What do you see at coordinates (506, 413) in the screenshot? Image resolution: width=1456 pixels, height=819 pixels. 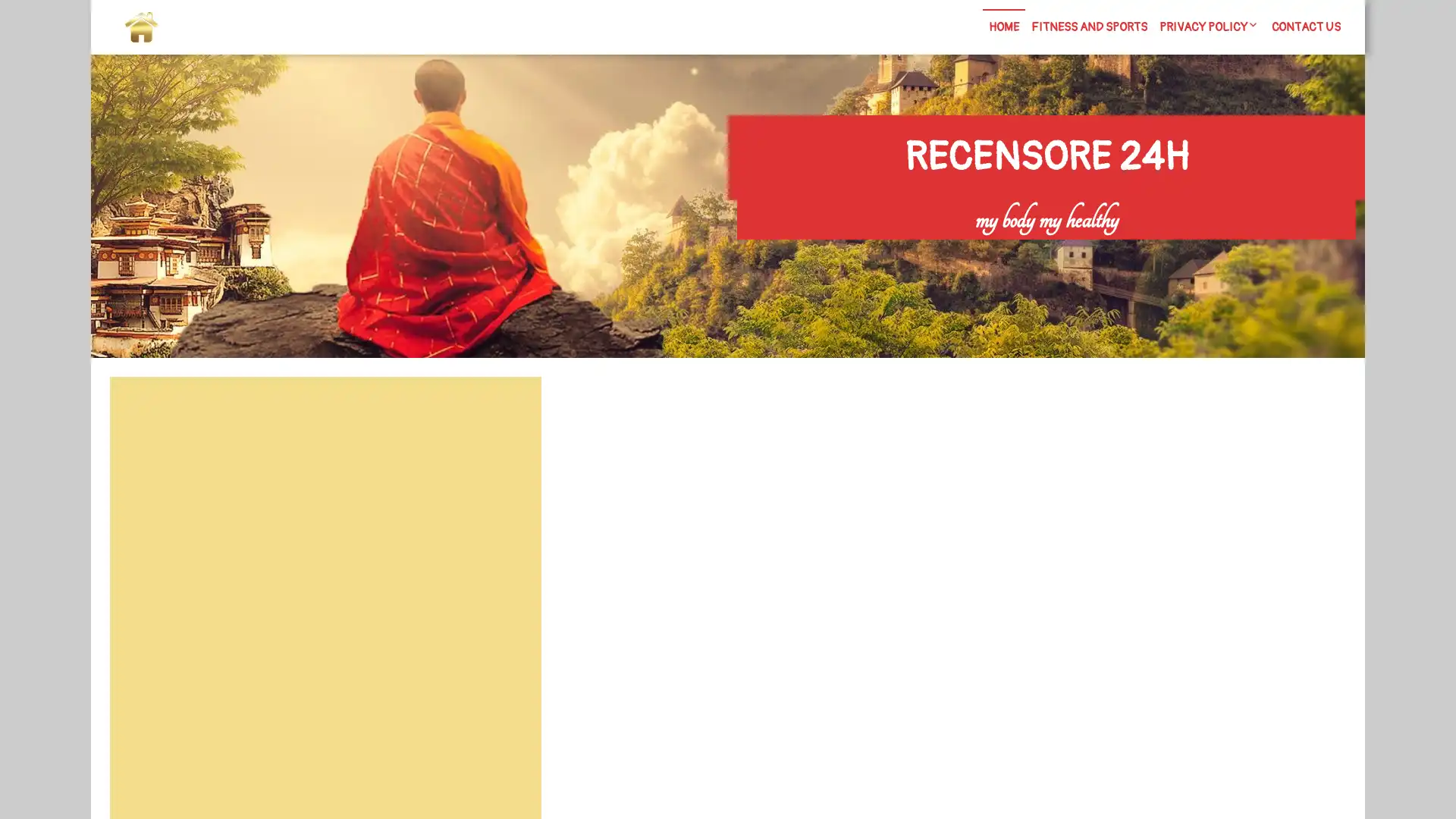 I see `Search` at bounding box center [506, 413].